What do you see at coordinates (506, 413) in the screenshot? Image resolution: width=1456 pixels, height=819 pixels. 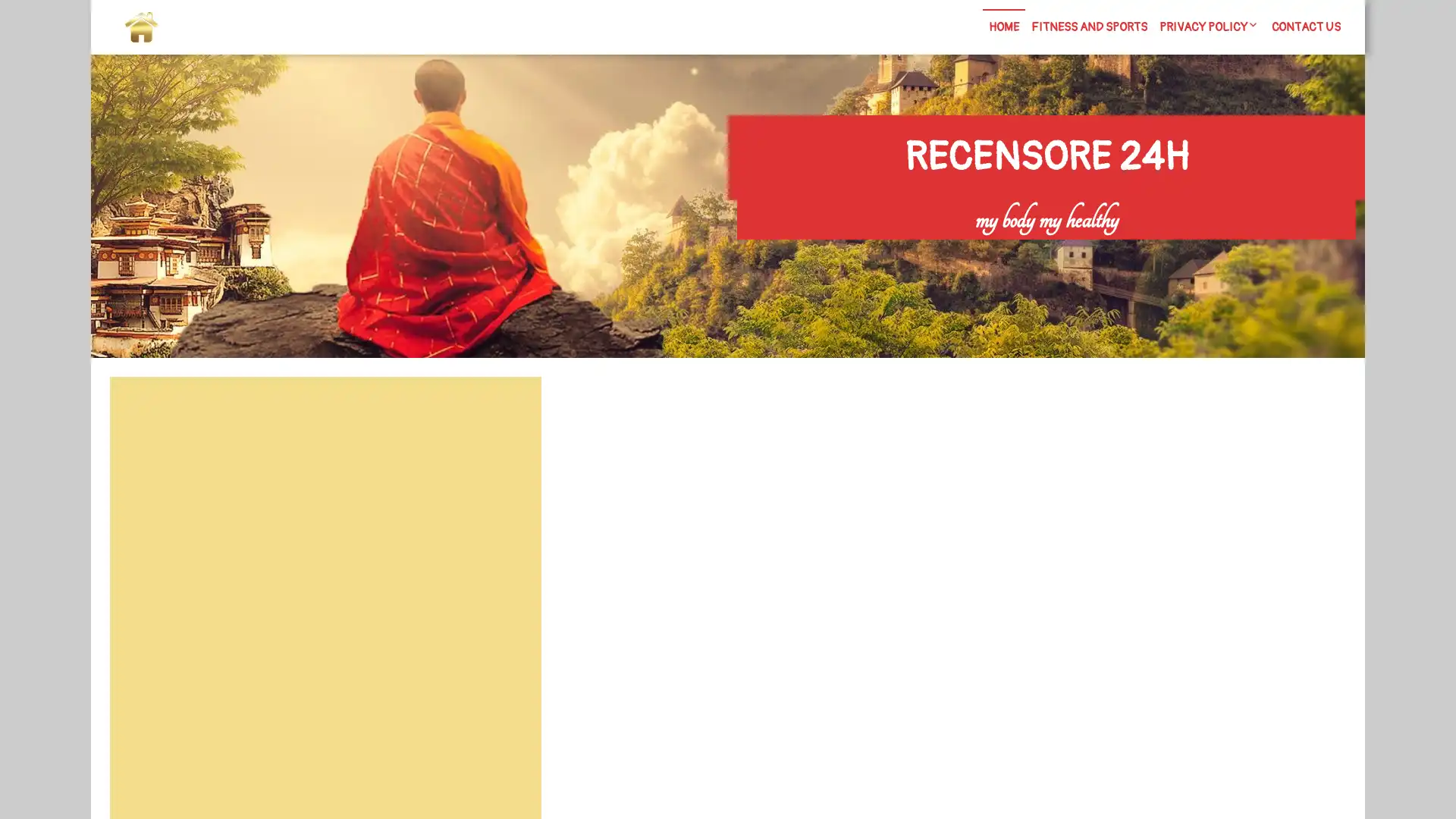 I see `Search` at bounding box center [506, 413].